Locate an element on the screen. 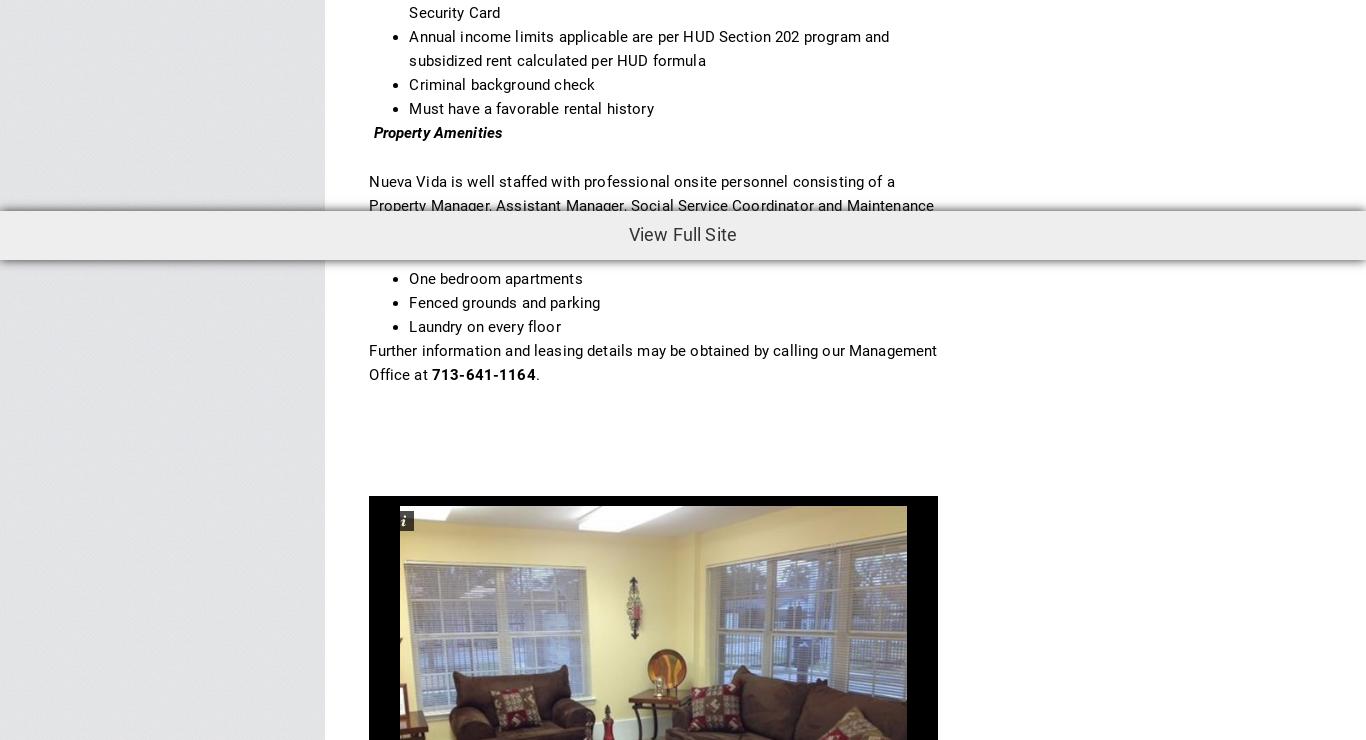  'Laundry on every floor' is located at coordinates (486, 324).